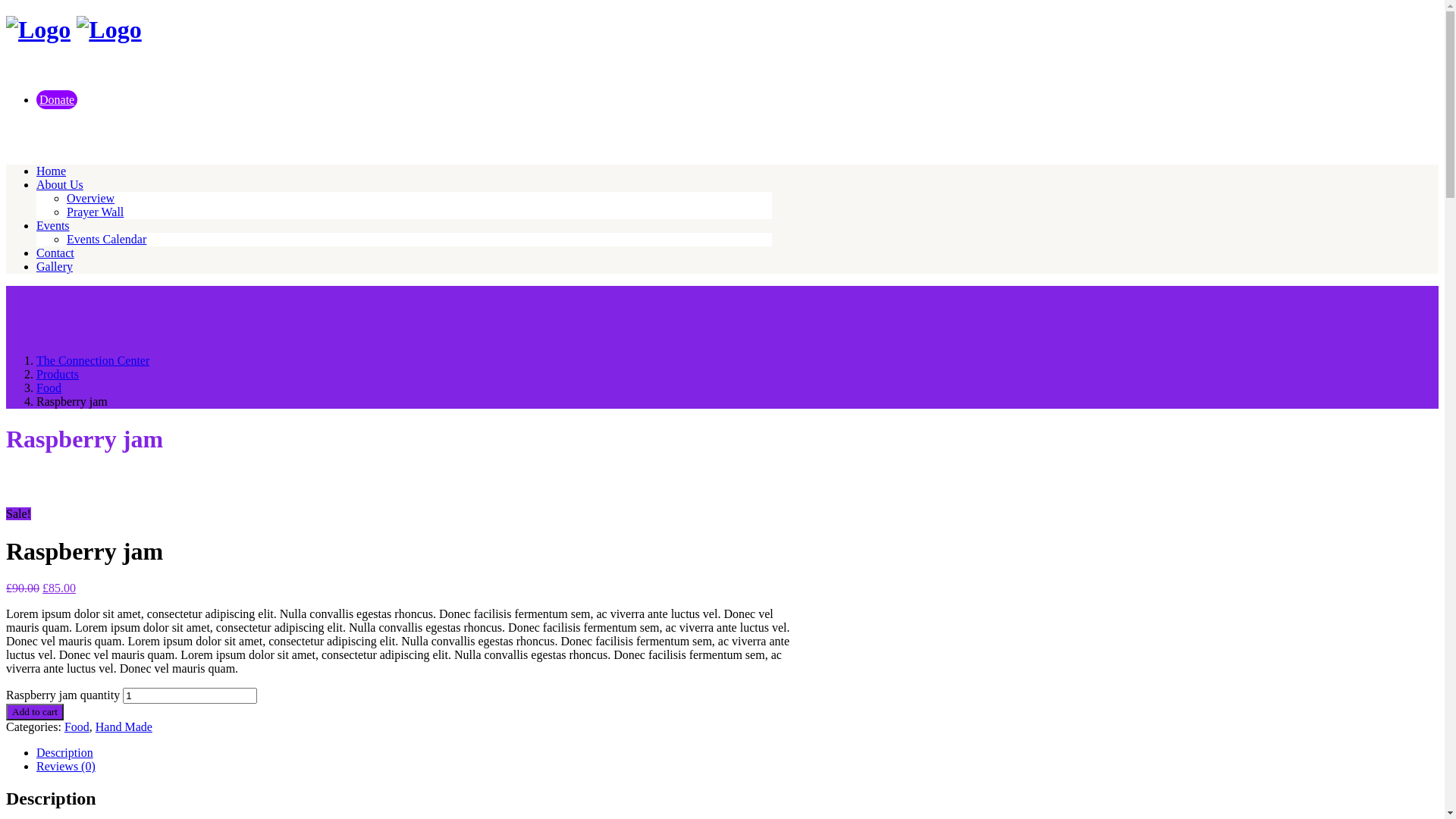 Image resolution: width=1456 pixels, height=819 pixels. Describe the element at coordinates (64, 726) in the screenshot. I see `'Food'` at that location.